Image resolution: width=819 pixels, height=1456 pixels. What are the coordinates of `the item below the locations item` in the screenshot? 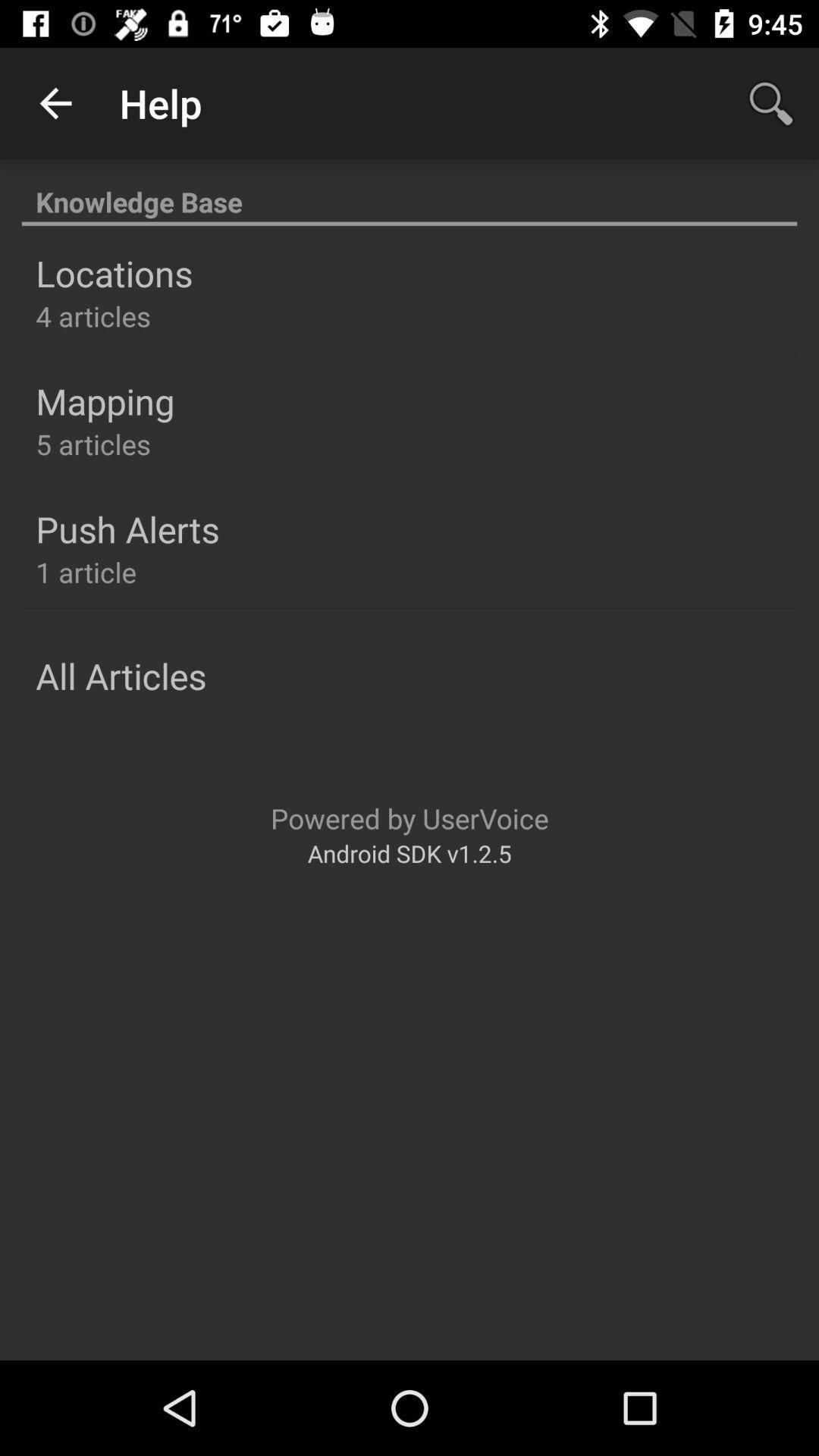 It's located at (93, 315).